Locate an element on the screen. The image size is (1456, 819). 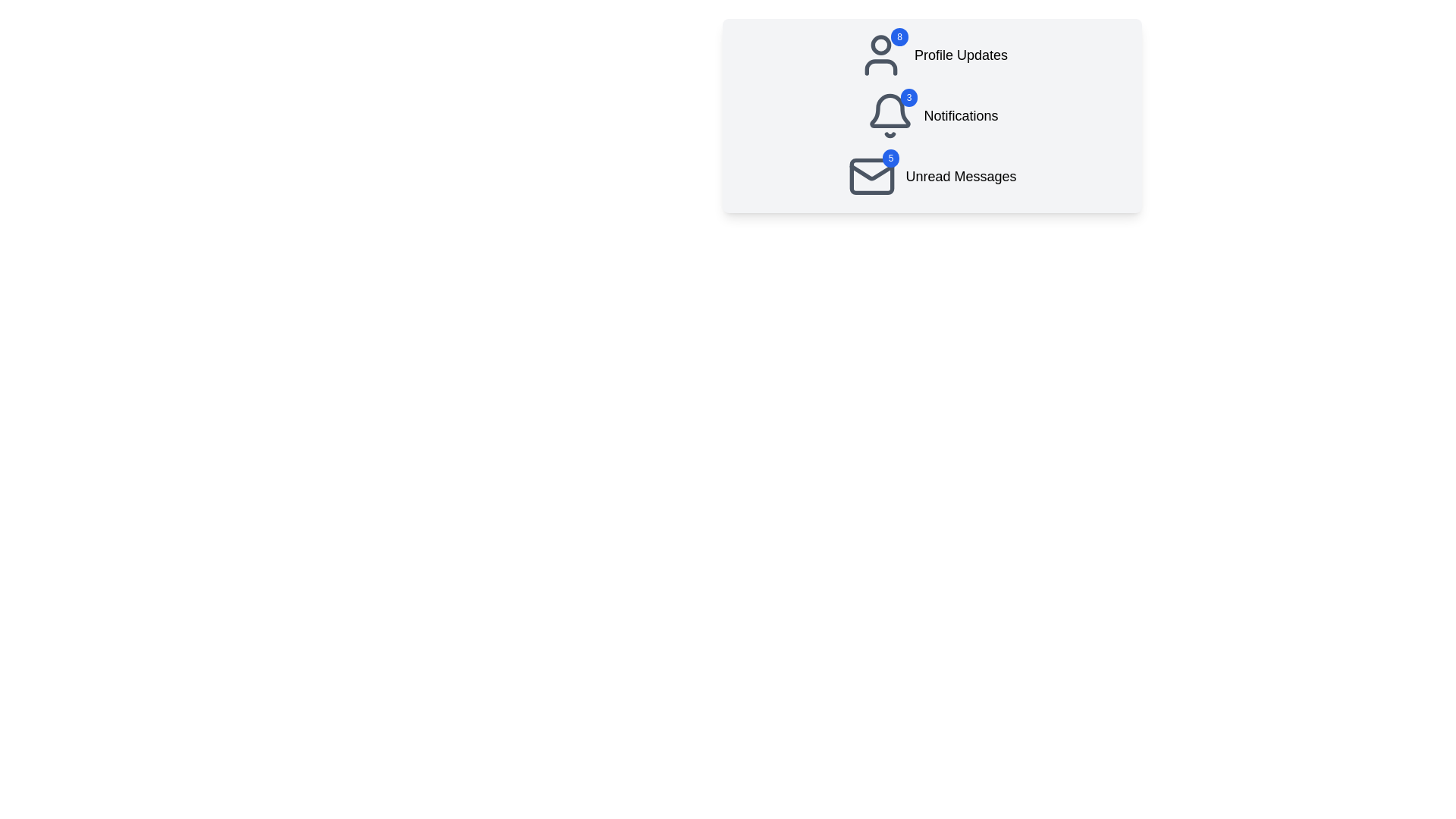
decorative rectangular shape within the user profile icon located in the torso area of the icon for debugging purposes is located at coordinates (880, 66).